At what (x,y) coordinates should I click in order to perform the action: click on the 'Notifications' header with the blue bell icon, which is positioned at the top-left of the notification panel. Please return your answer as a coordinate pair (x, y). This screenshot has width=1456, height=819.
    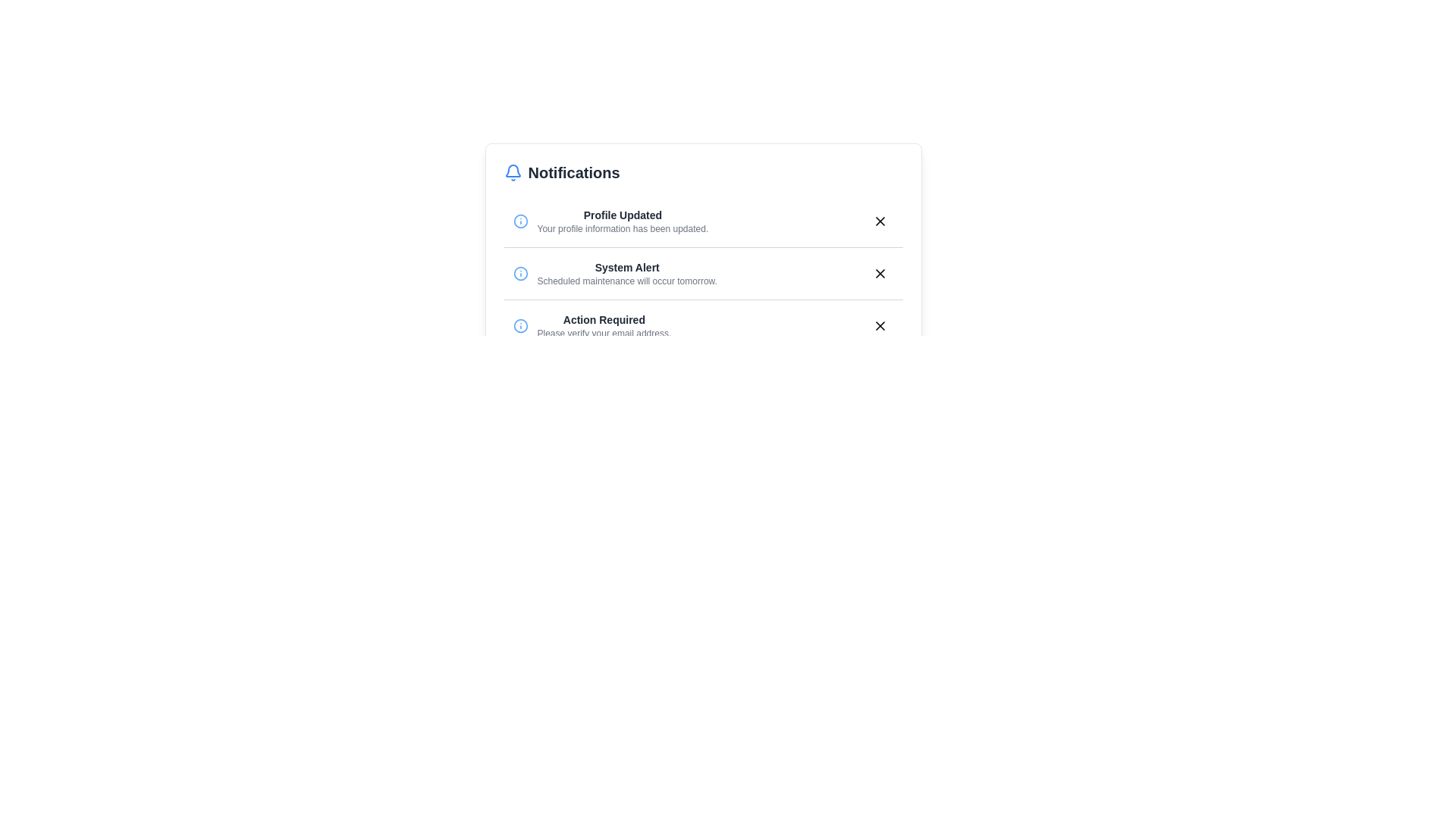
    Looking at the image, I should click on (561, 171).